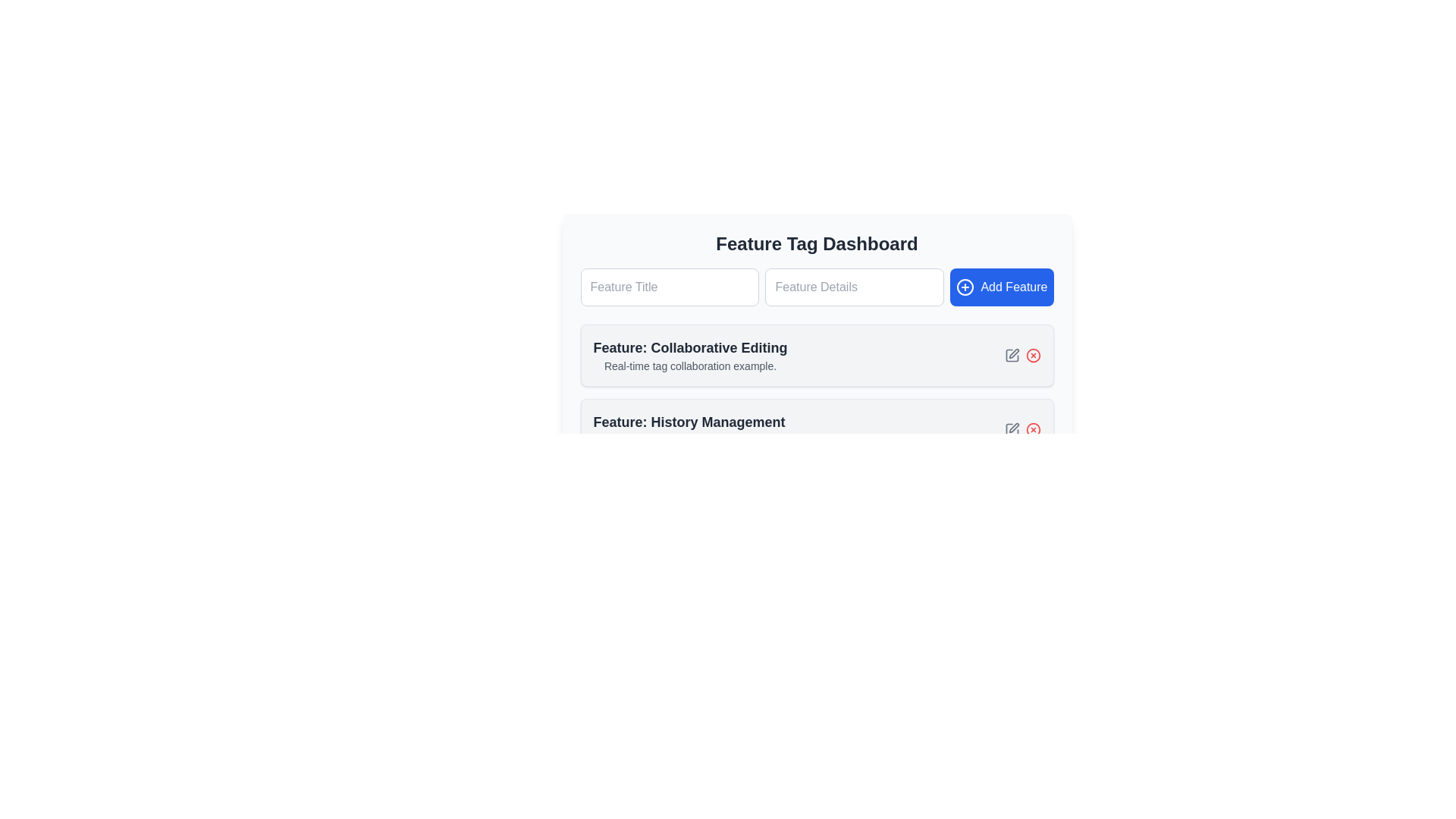  What do you see at coordinates (965, 287) in the screenshot?
I see `the circular icon with a plus symbol in the center, located within the blue background area, to the left of the text 'Add Feature', to initiate the addition of a feature` at bounding box center [965, 287].